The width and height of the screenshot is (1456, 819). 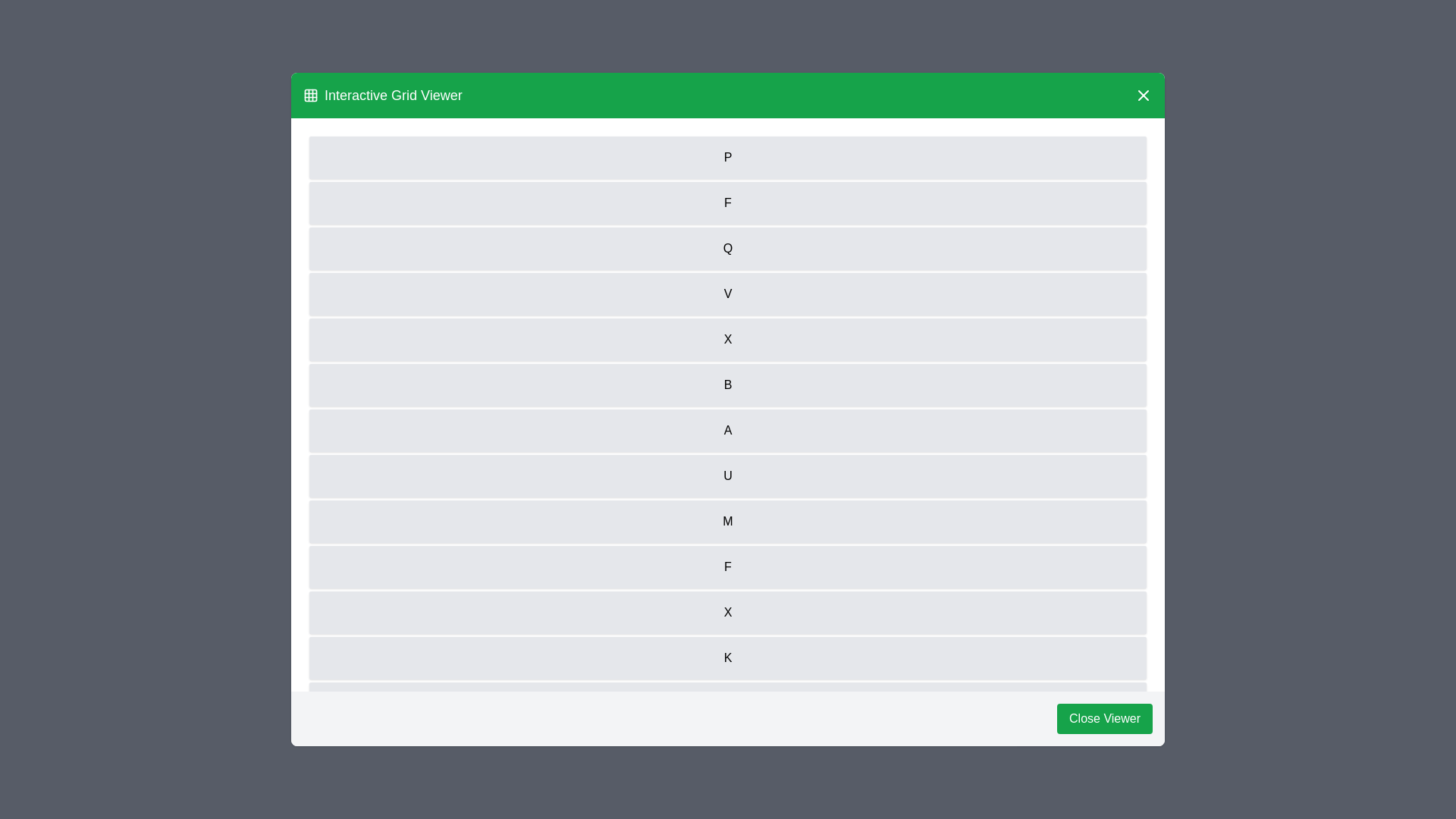 I want to click on the 'Close Viewer' button to close the dialog, so click(x=1105, y=718).